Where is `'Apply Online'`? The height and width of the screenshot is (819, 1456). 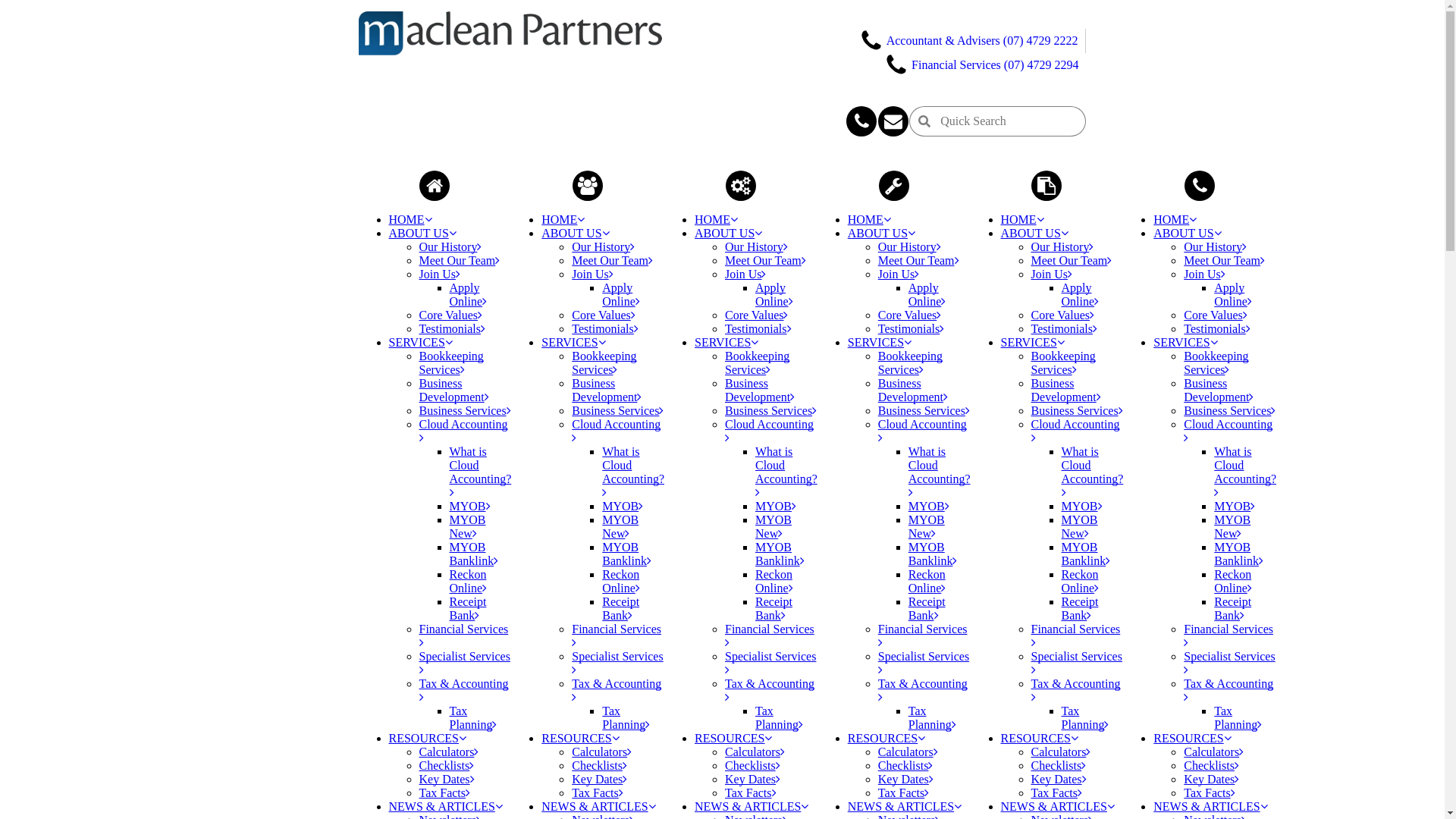 'Apply Online' is located at coordinates (1233, 294).